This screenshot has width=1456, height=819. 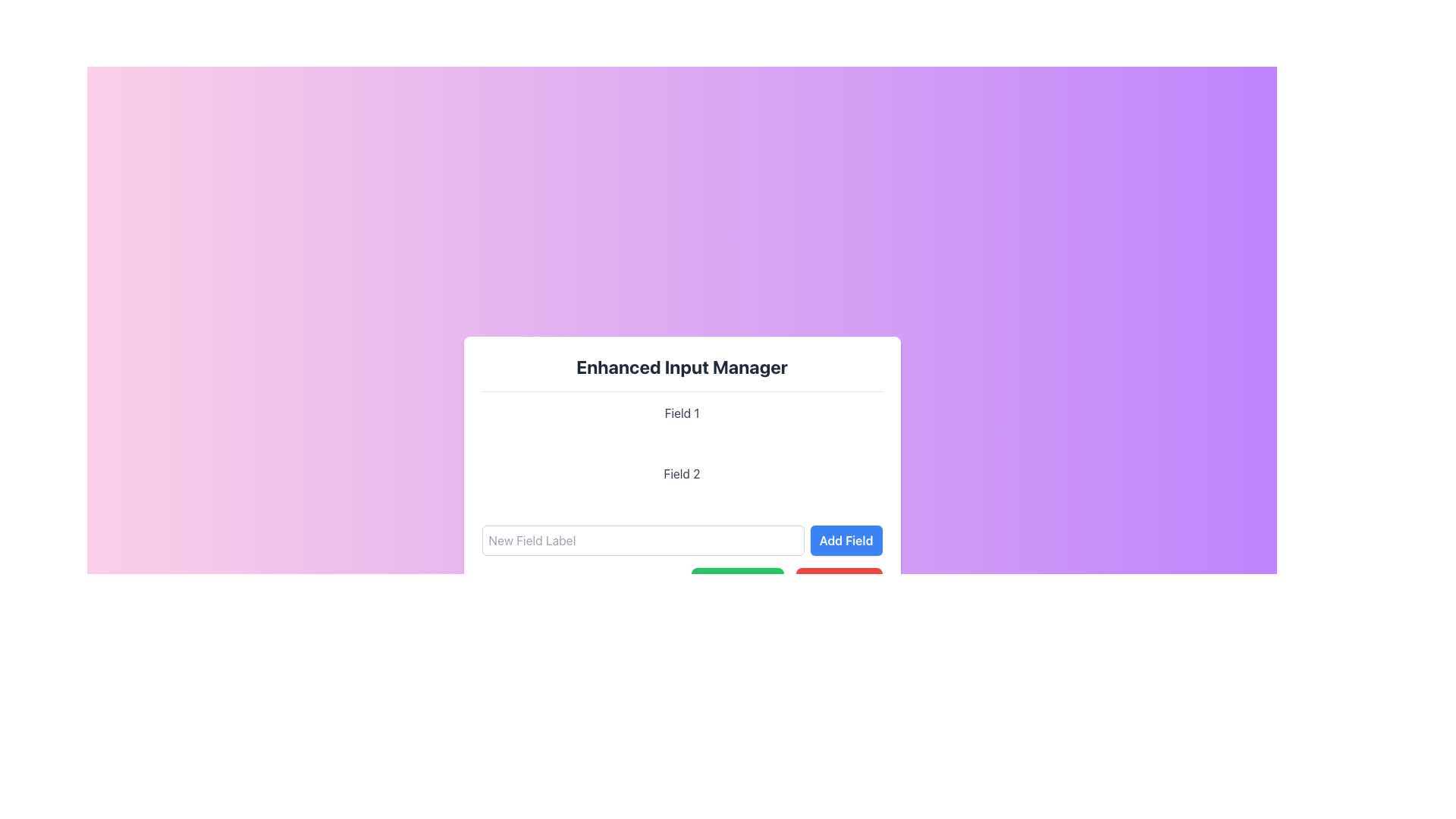 I want to click on the 'Add Field' button for keyboard navigation, so click(x=846, y=539).